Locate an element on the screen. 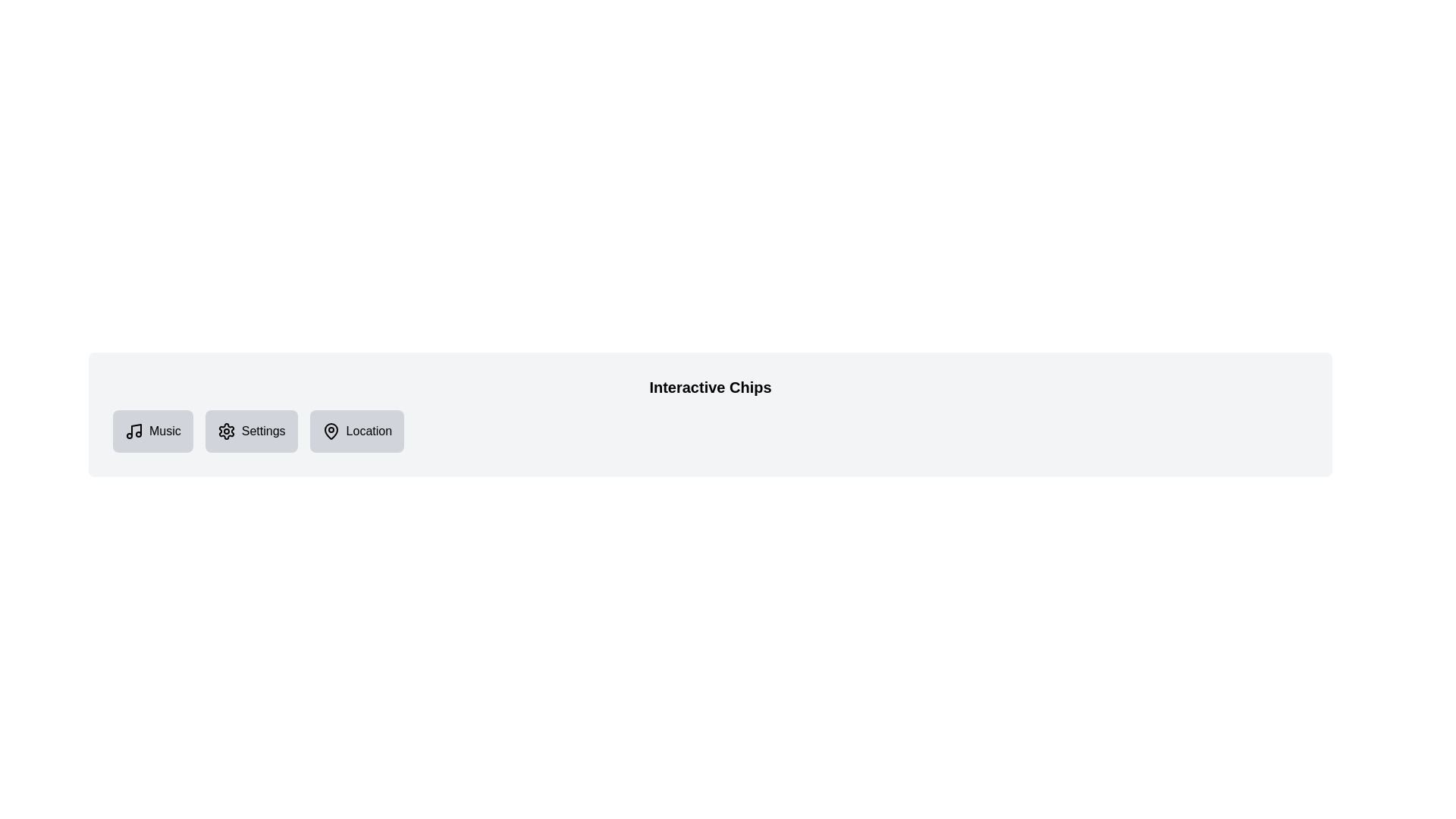 The image size is (1456, 819). the chip labeled Location to observe its hover effect is located at coordinates (356, 431).